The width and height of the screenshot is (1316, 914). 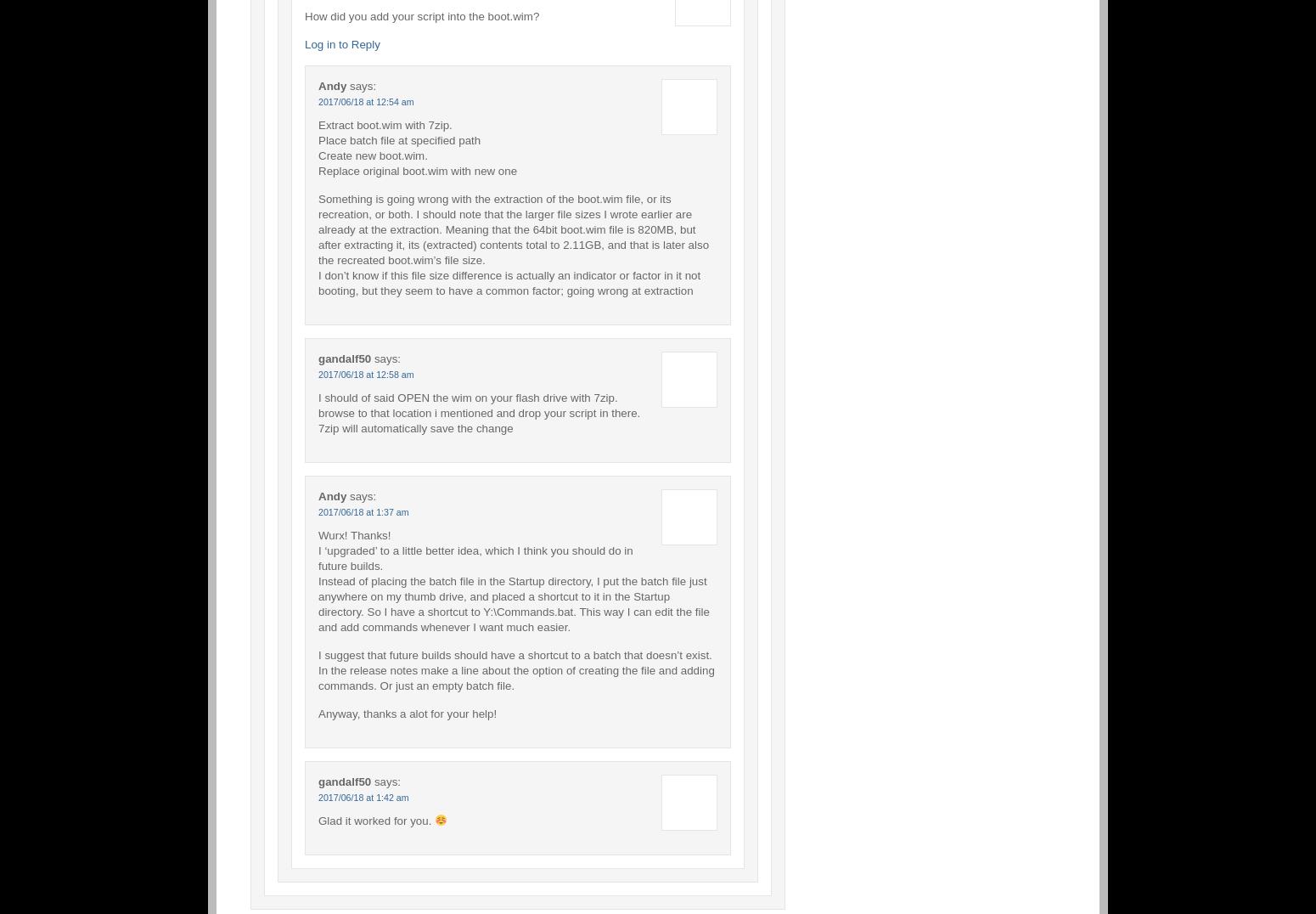 What do you see at coordinates (407, 712) in the screenshot?
I see `'Anyway, thanks a alot for your help!'` at bounding box center [407, 712].